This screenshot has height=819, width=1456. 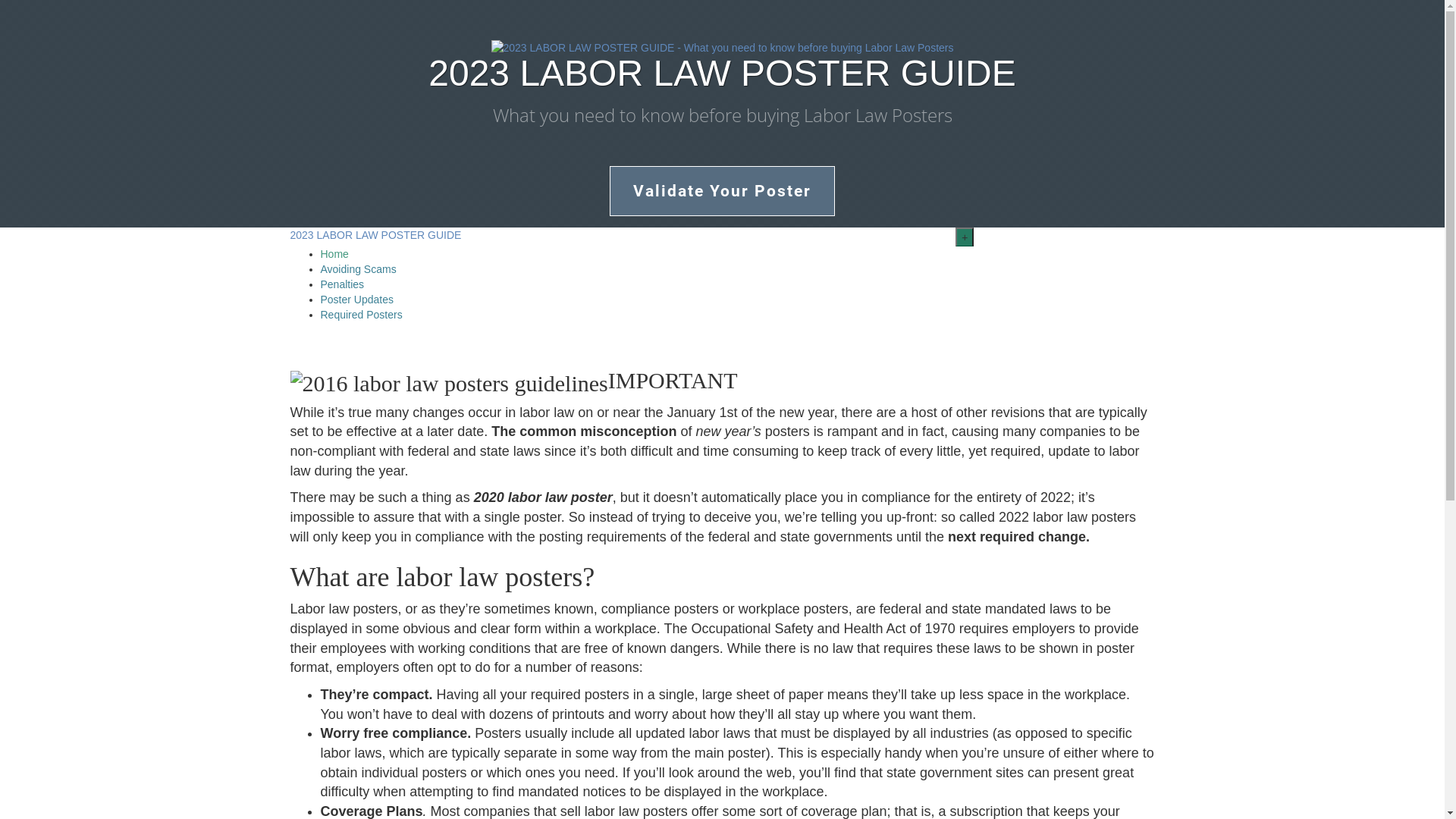 I want to click on 'Required Posters', so click(x=359, y=314).